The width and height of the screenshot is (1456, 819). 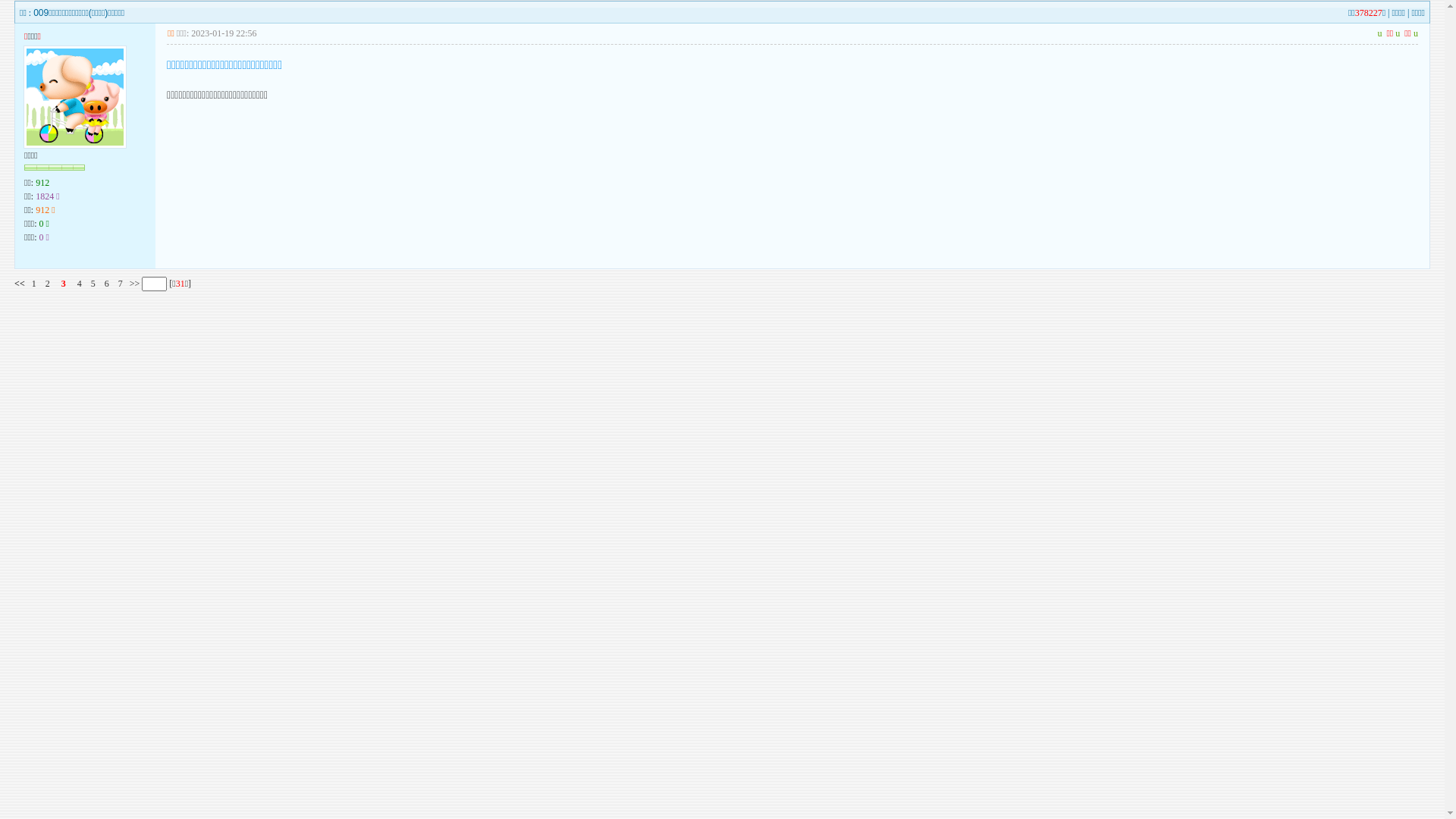 What do you see at coordinates (105, 284) in the screenshot?
I see `'6'` at bounding box center [105, 284].